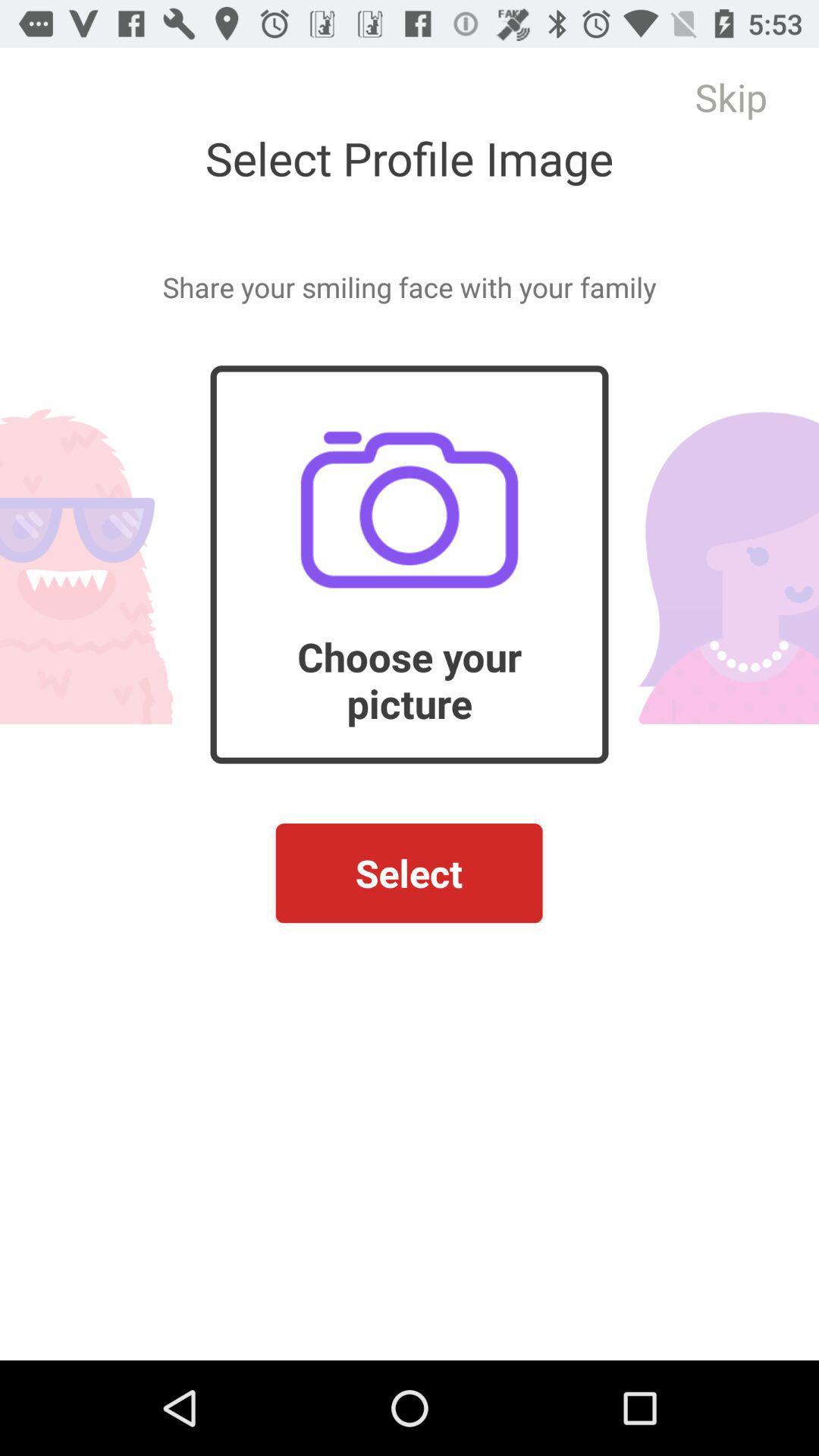 The height and width of the screenshot is (1456, 819). I want to click on the icon above the share your smiling icon, so click(730, 96).